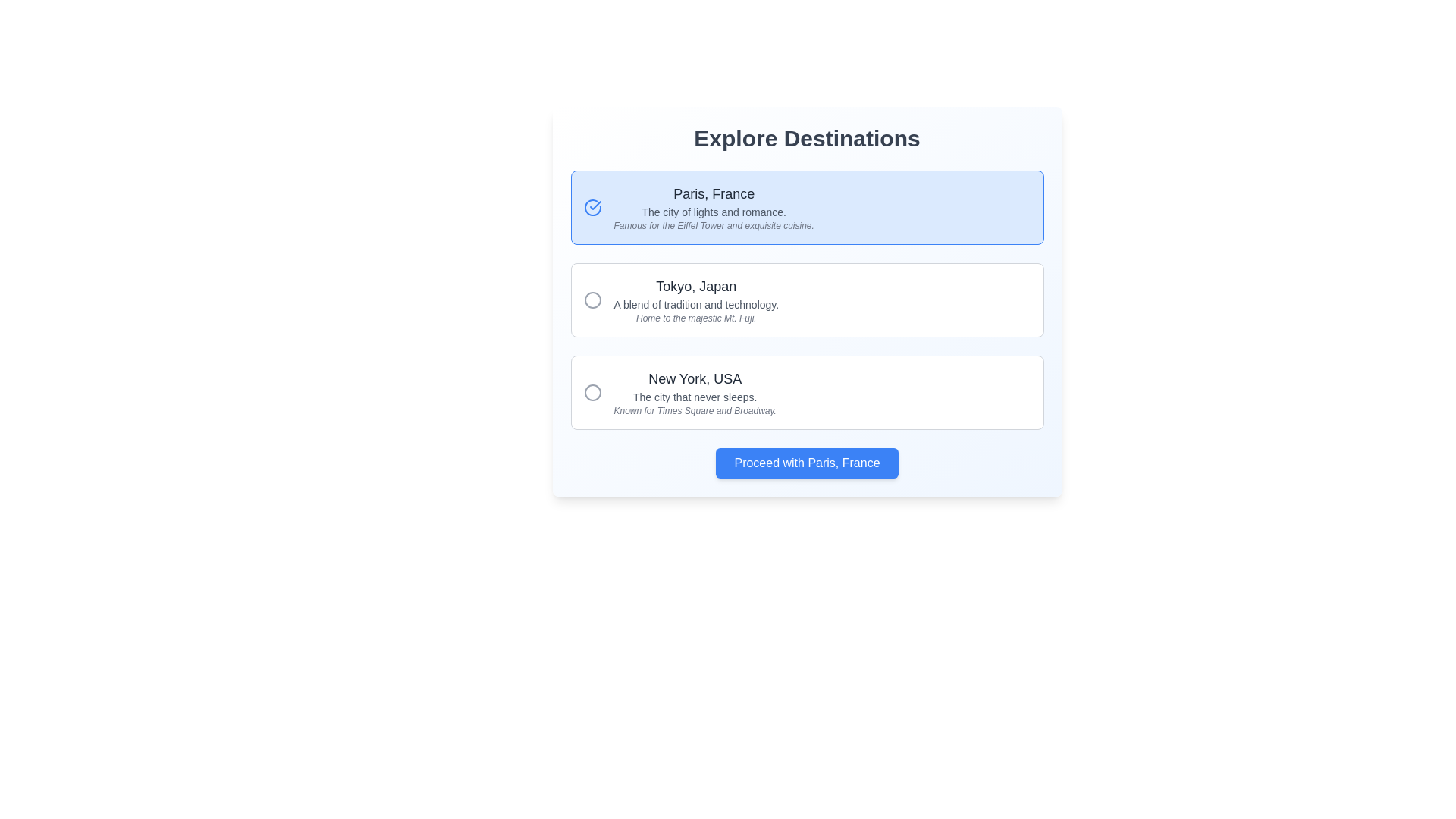 This screenshot has height=819, width=1456. I want to click on the selectable list item representing the destination 'Tokyo, Japan', so click(806, 300).